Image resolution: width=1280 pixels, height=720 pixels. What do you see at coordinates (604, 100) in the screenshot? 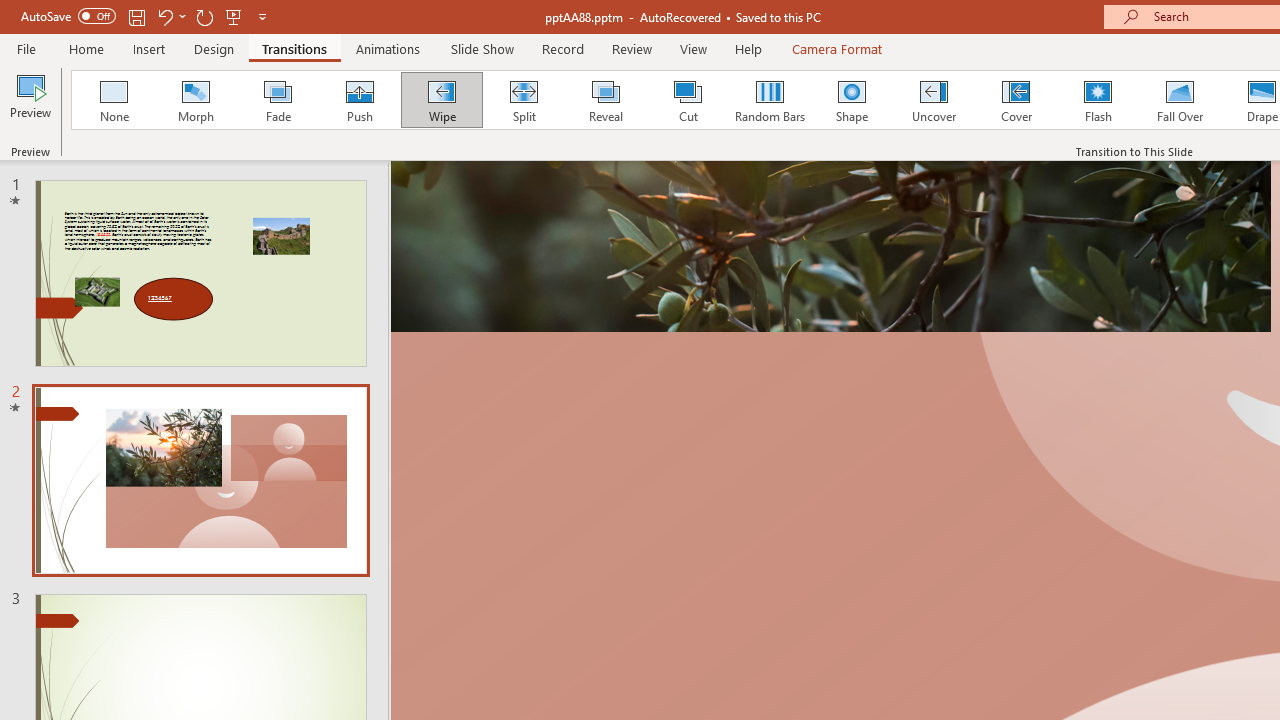
I see `'Reveal'` at bounding box center [604, 100].